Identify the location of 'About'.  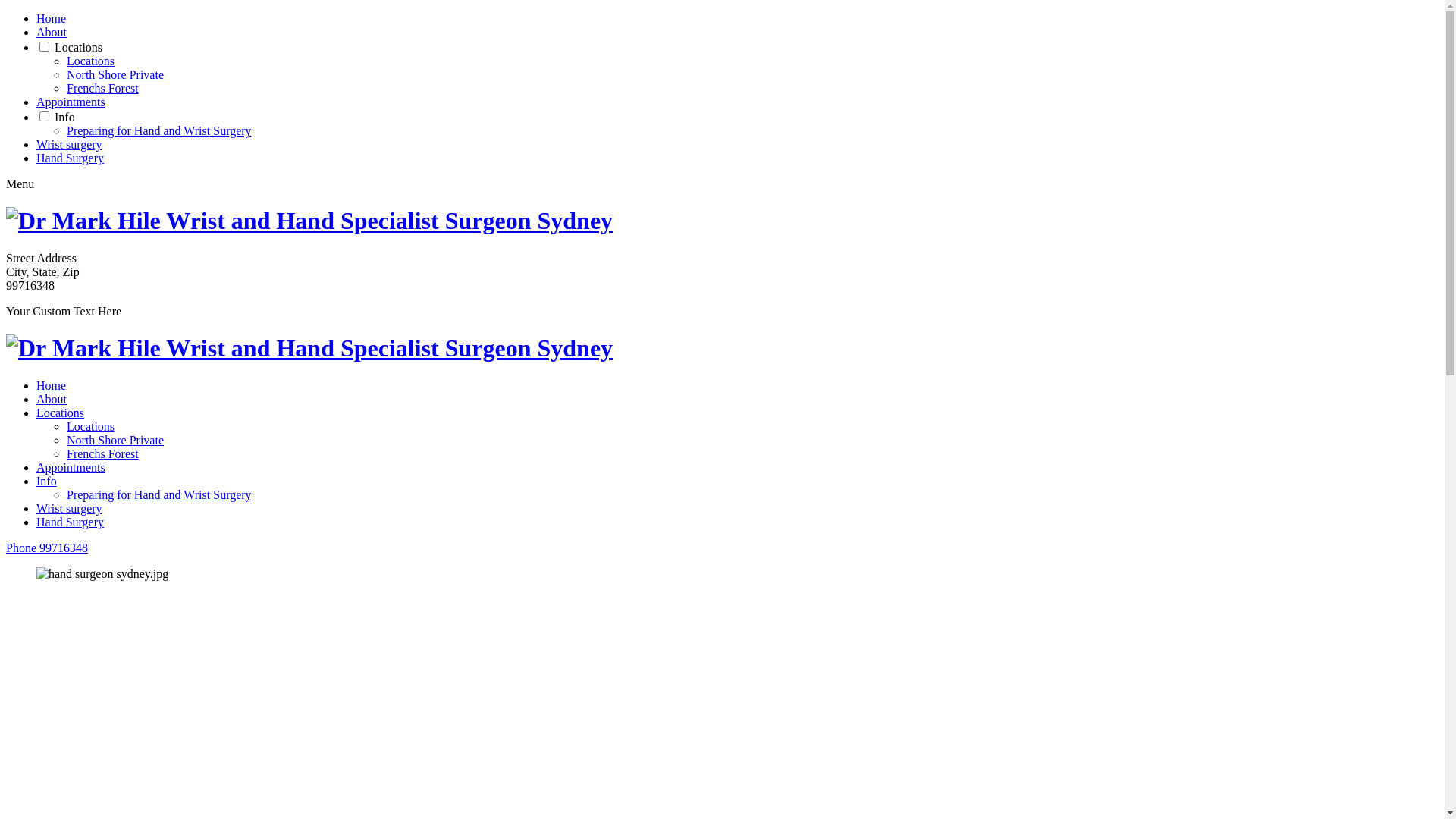
(36, 32).